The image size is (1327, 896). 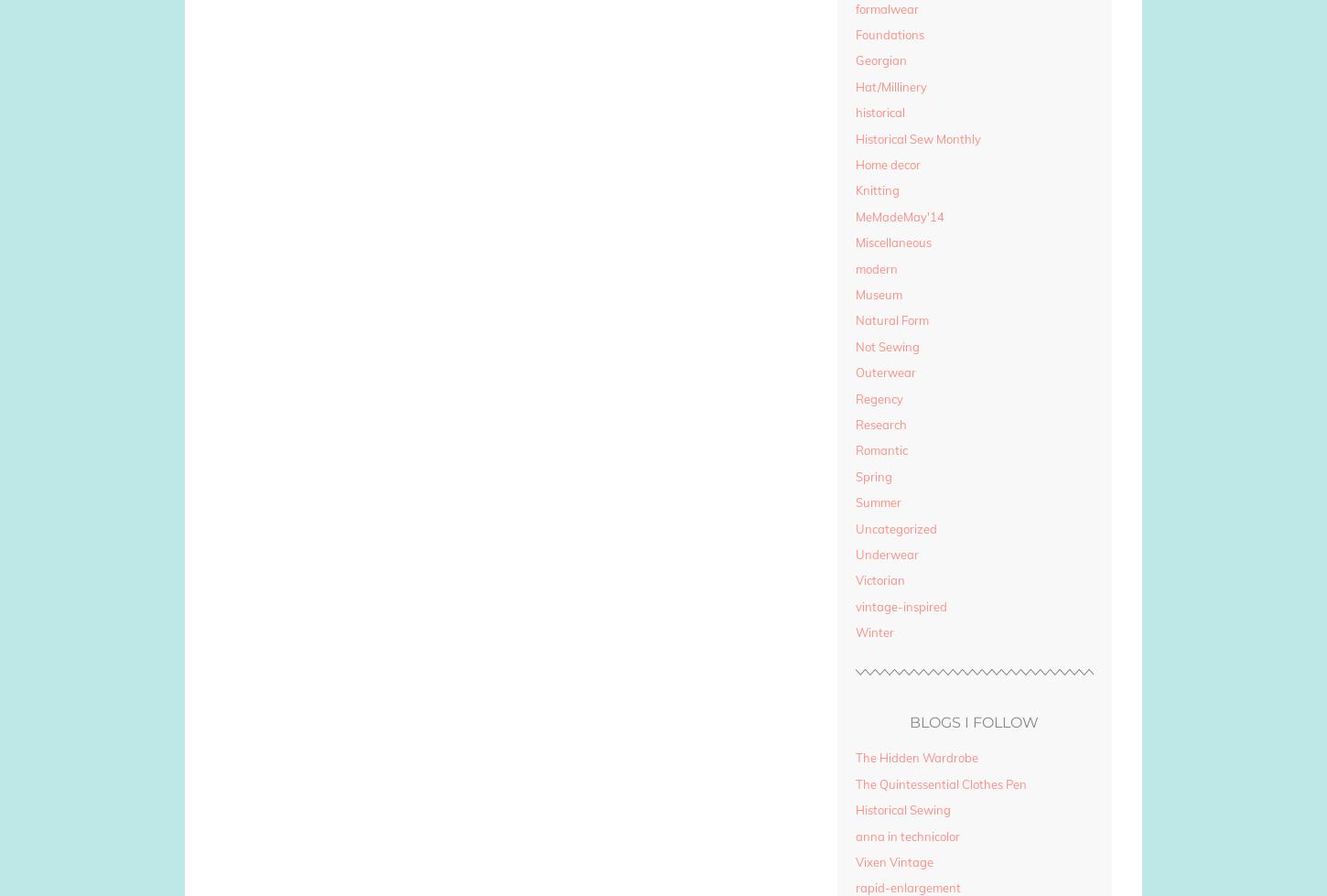 What do you see at coordinates (875, 268) in the screenshot?
I see `'modern'` at bounding box center [875, 268].